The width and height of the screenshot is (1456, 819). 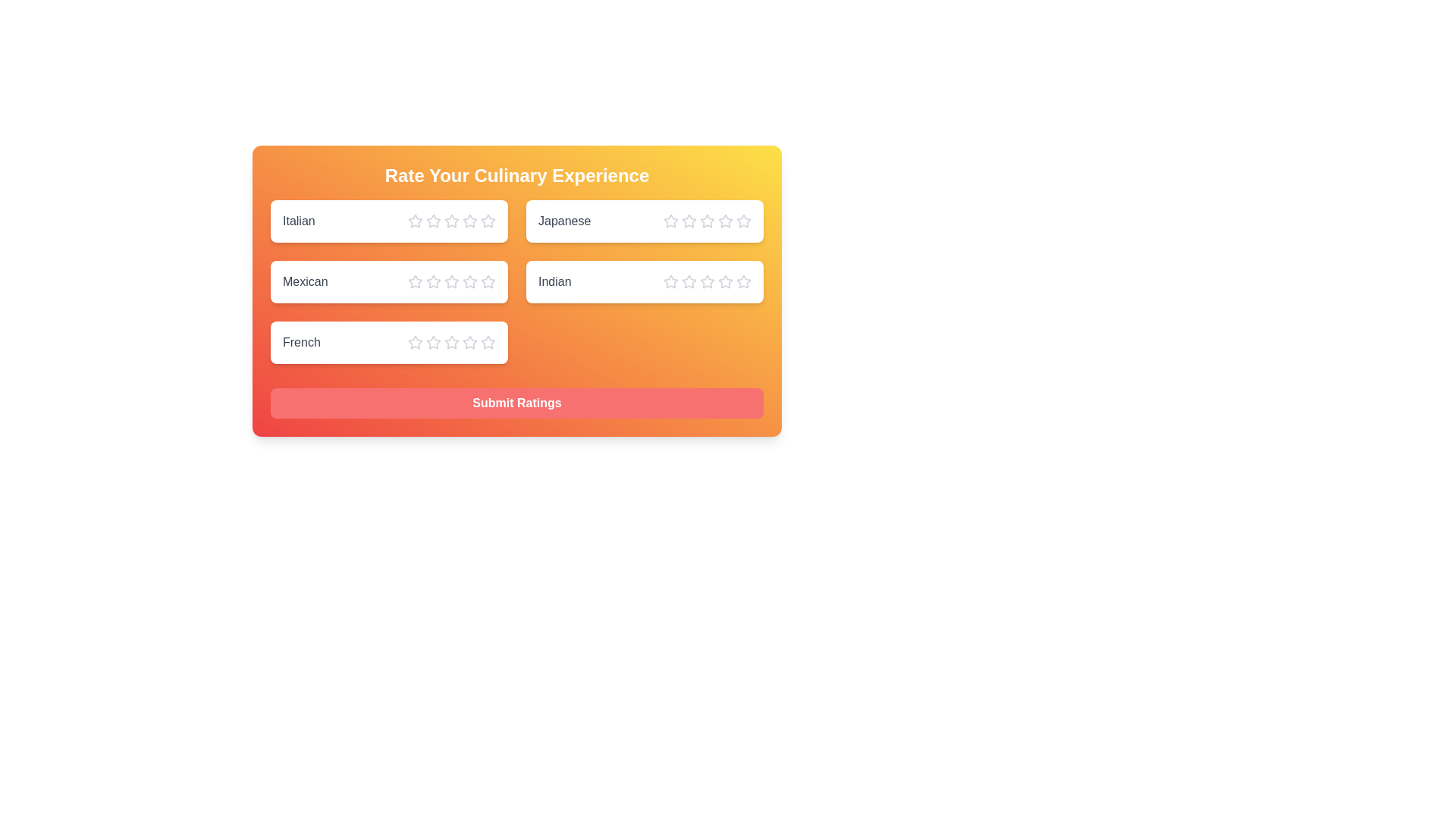 I want to click on the star corresponding to the rating 1 for the cuisine Mexican, so click(x=415, y=281).